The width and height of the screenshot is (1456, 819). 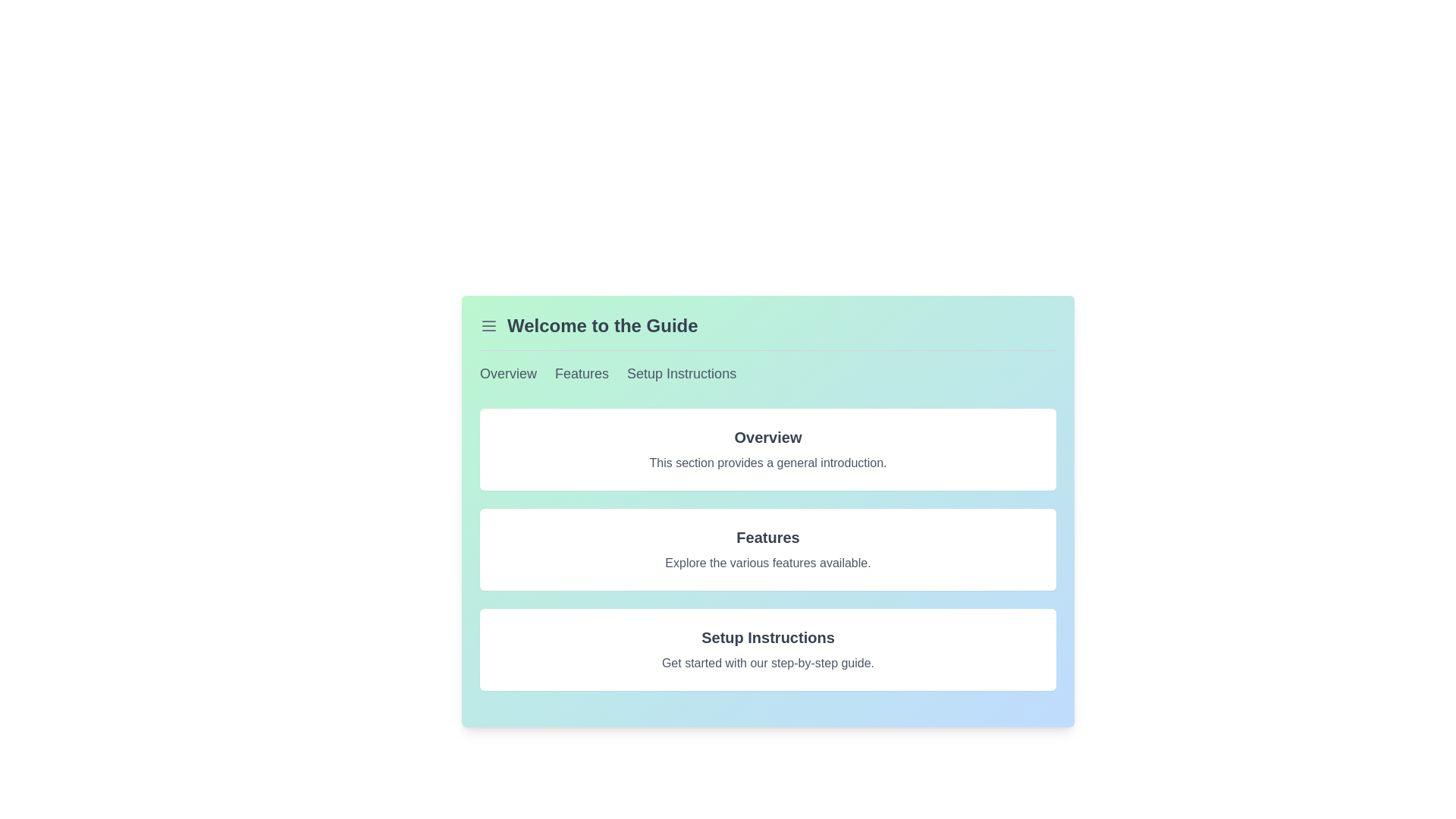 What do you see at coordinates (508, 374) in the screenshot?
I see `the navigational hyperlink located in the top-left menu bar to redirect to the 'Overview' section` at bounding box center [508, 374].